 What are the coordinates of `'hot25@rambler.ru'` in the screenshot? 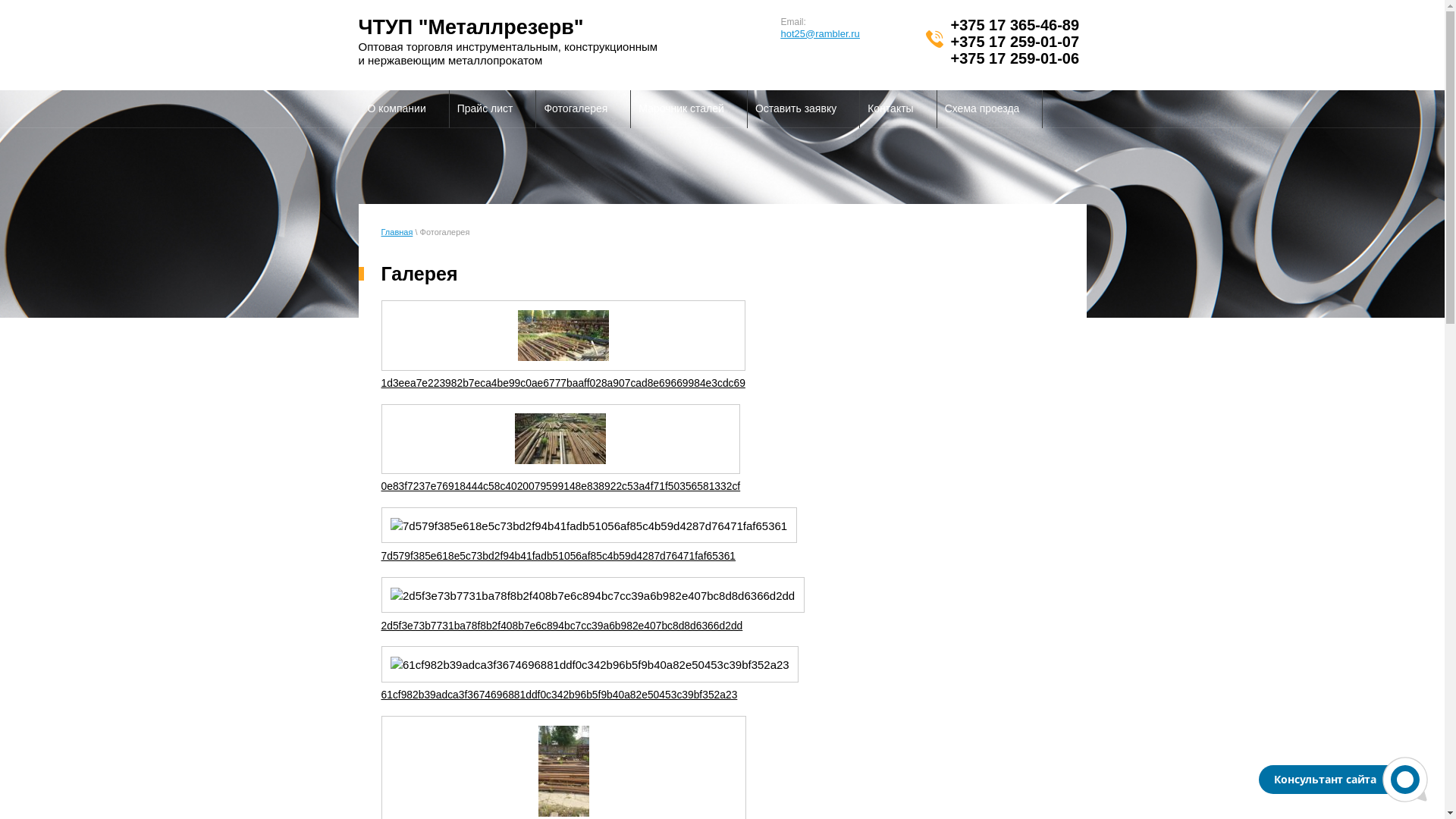 It's located at (819, 33).